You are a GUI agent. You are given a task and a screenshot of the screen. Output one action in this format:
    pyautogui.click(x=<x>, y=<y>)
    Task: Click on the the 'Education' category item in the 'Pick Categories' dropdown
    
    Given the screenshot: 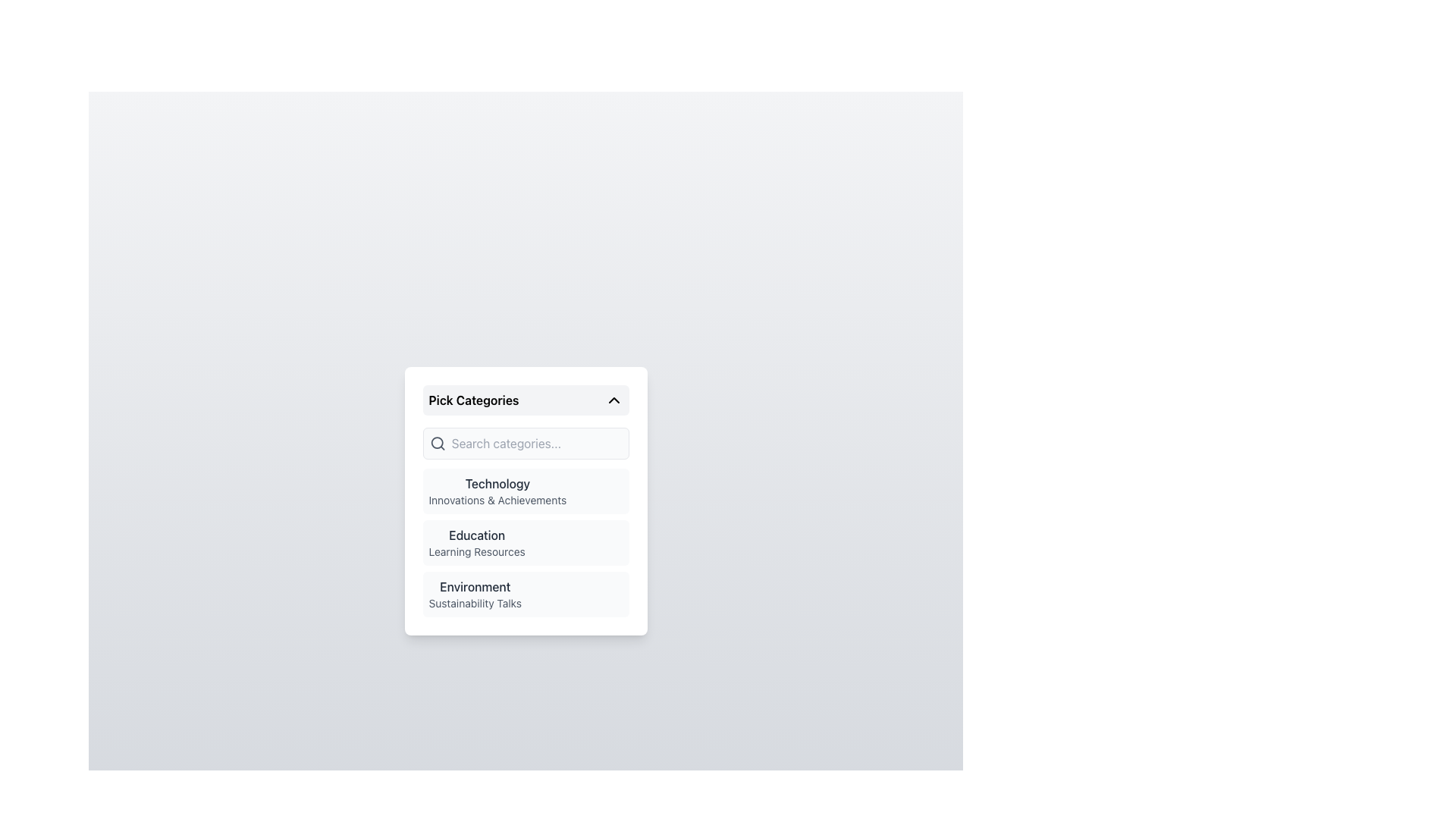 What is the action you would take?
    pyautogui.click(x=526, y=522)
    